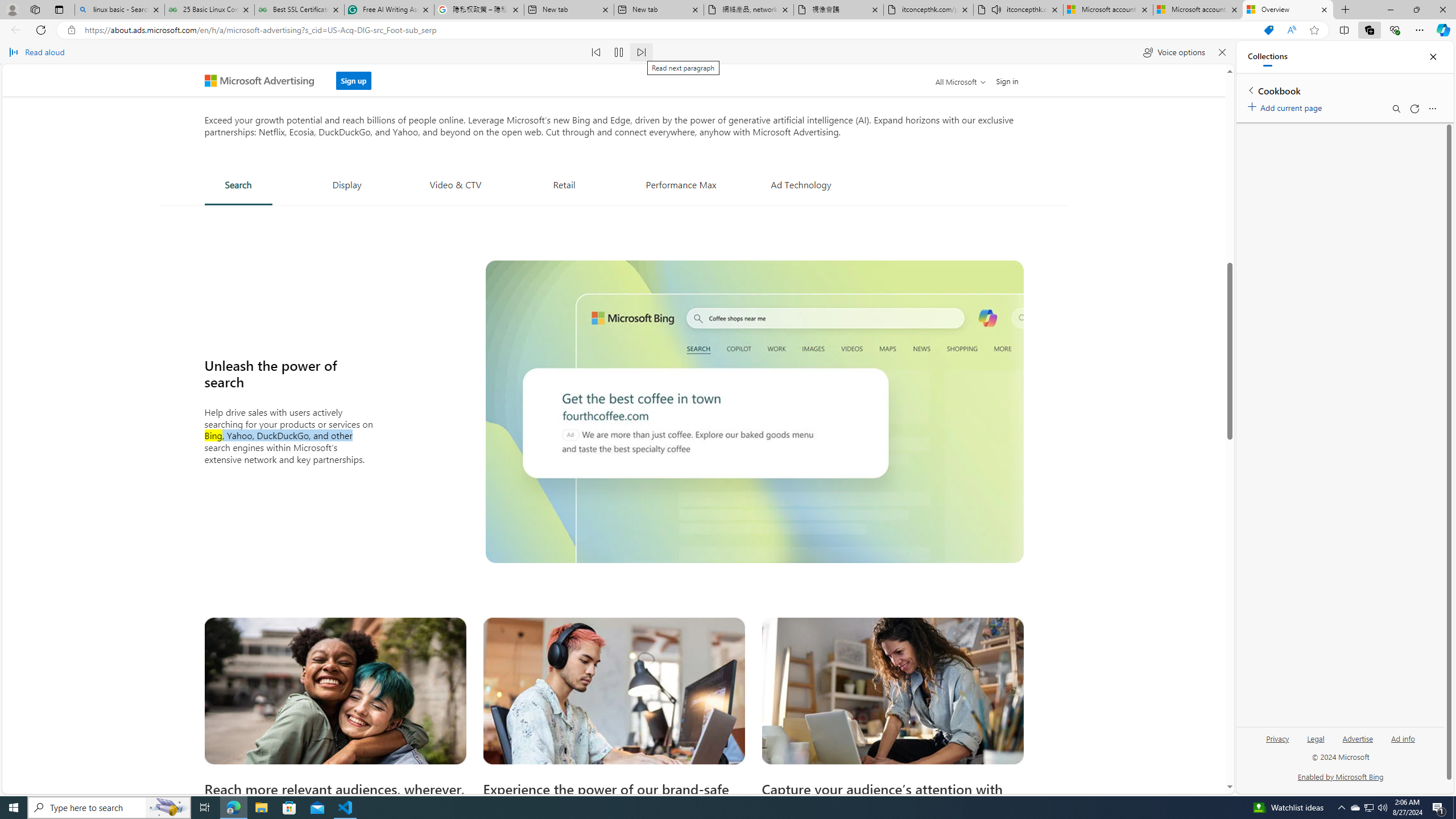 The width and height of the screenshot is (1456, 819). I want to click on 'itconcepthk.com/projector_solutions.mp4 - Audio playing', so click(1017, 9).